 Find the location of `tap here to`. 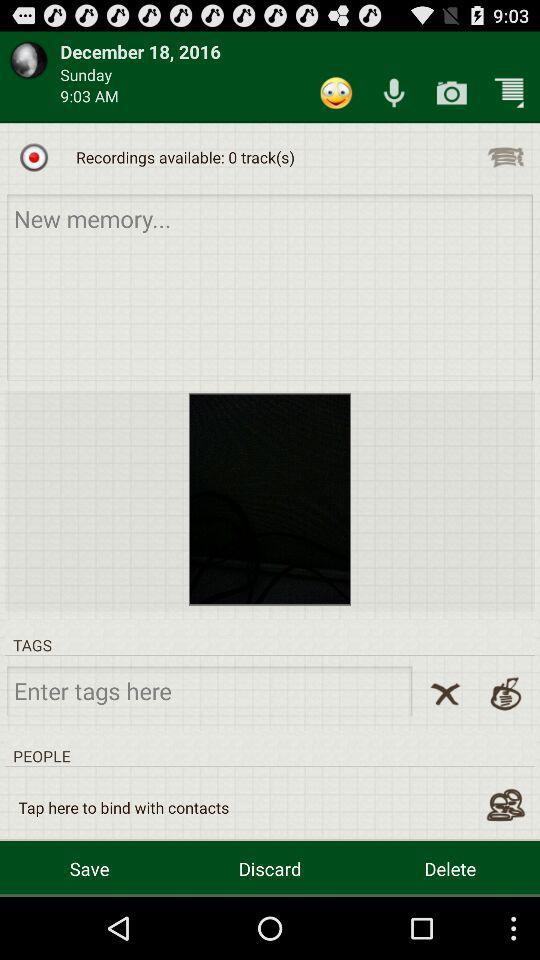

tap here to is located at coordinates (123, 807).